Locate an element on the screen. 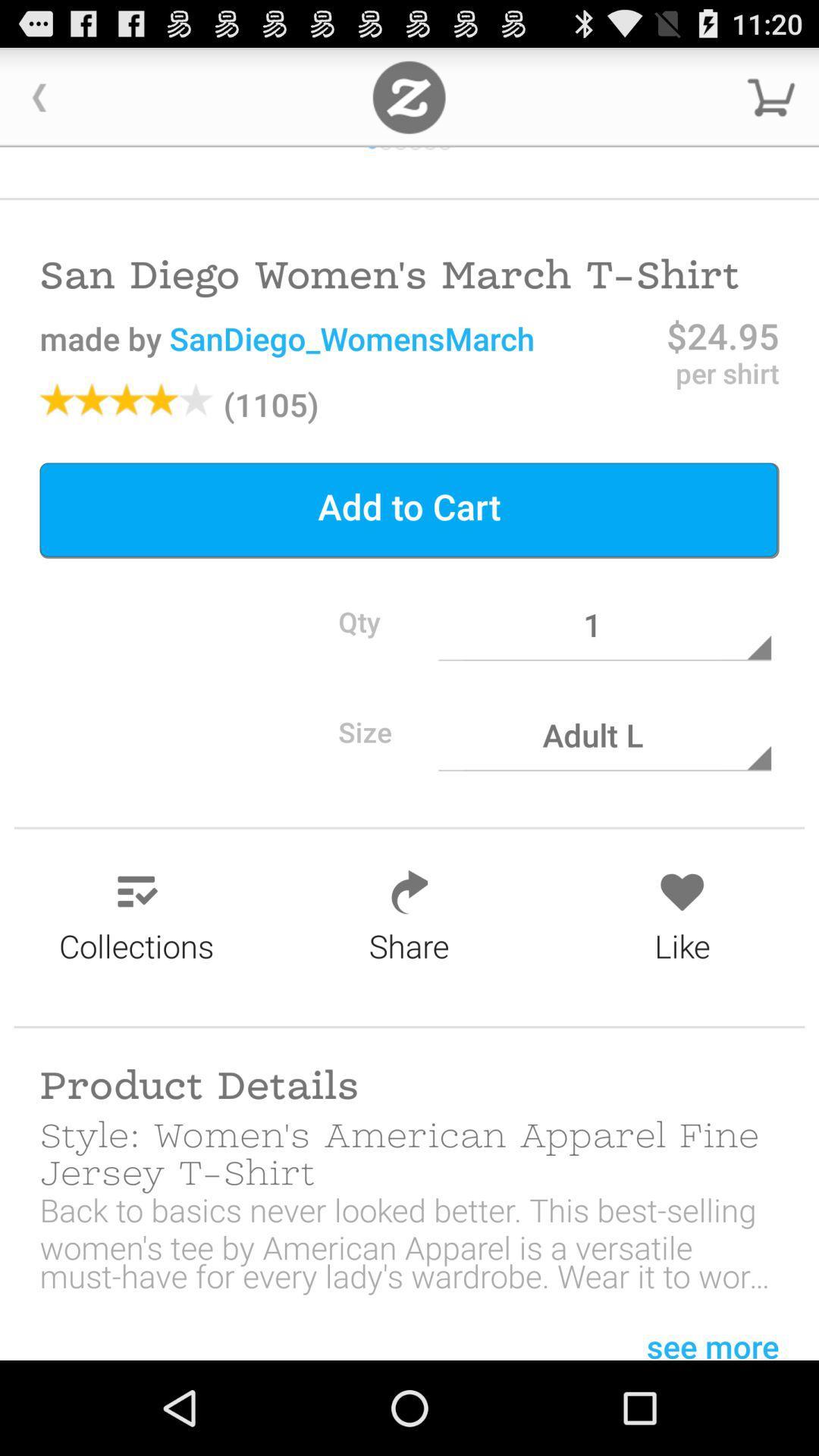 This screenshot has height=1456, width=819. adverstment zoon in the box is located at coordinates (408, 96).